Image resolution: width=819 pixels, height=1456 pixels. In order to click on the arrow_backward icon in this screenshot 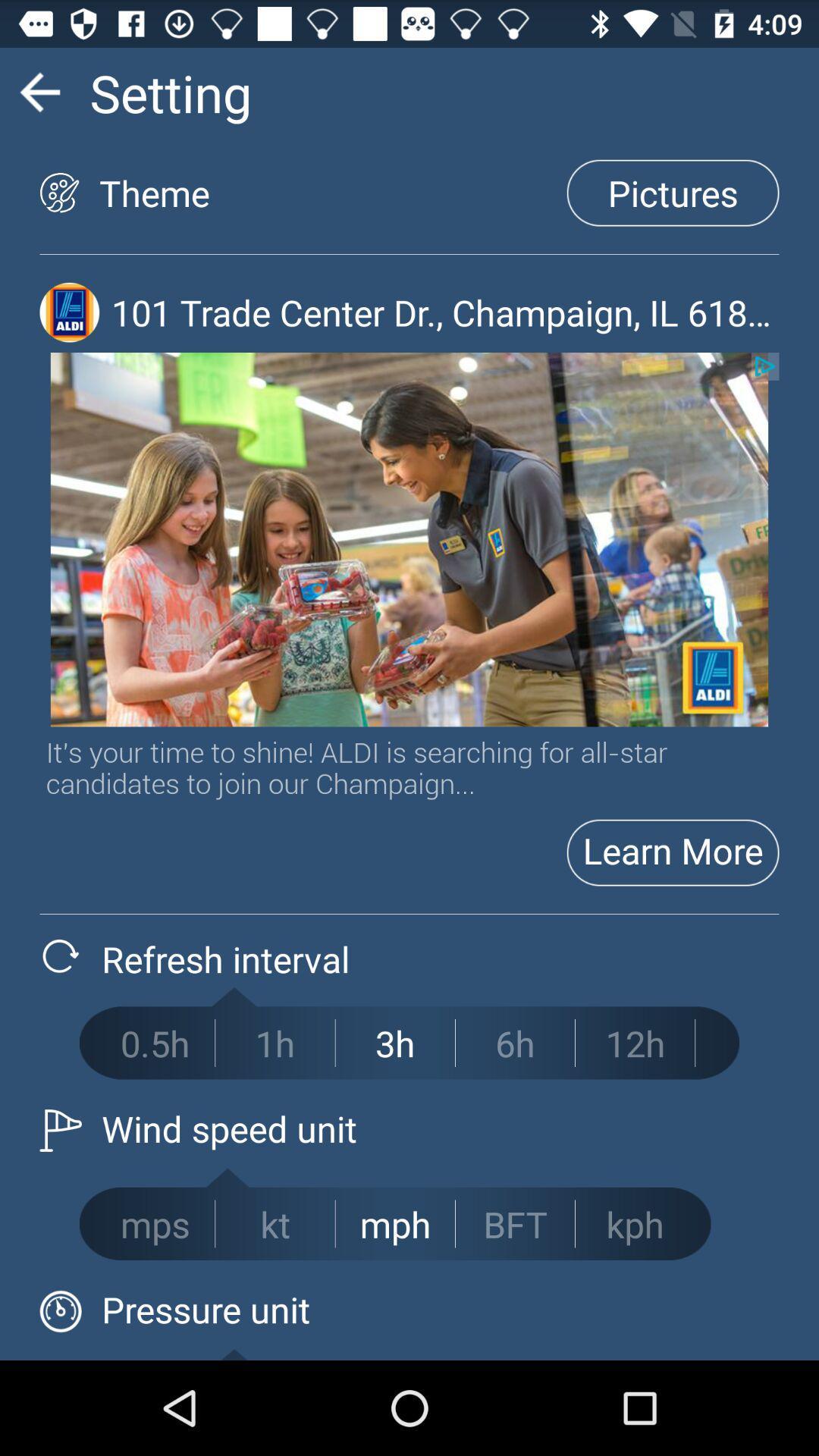, I will do `click(39, 98)`.